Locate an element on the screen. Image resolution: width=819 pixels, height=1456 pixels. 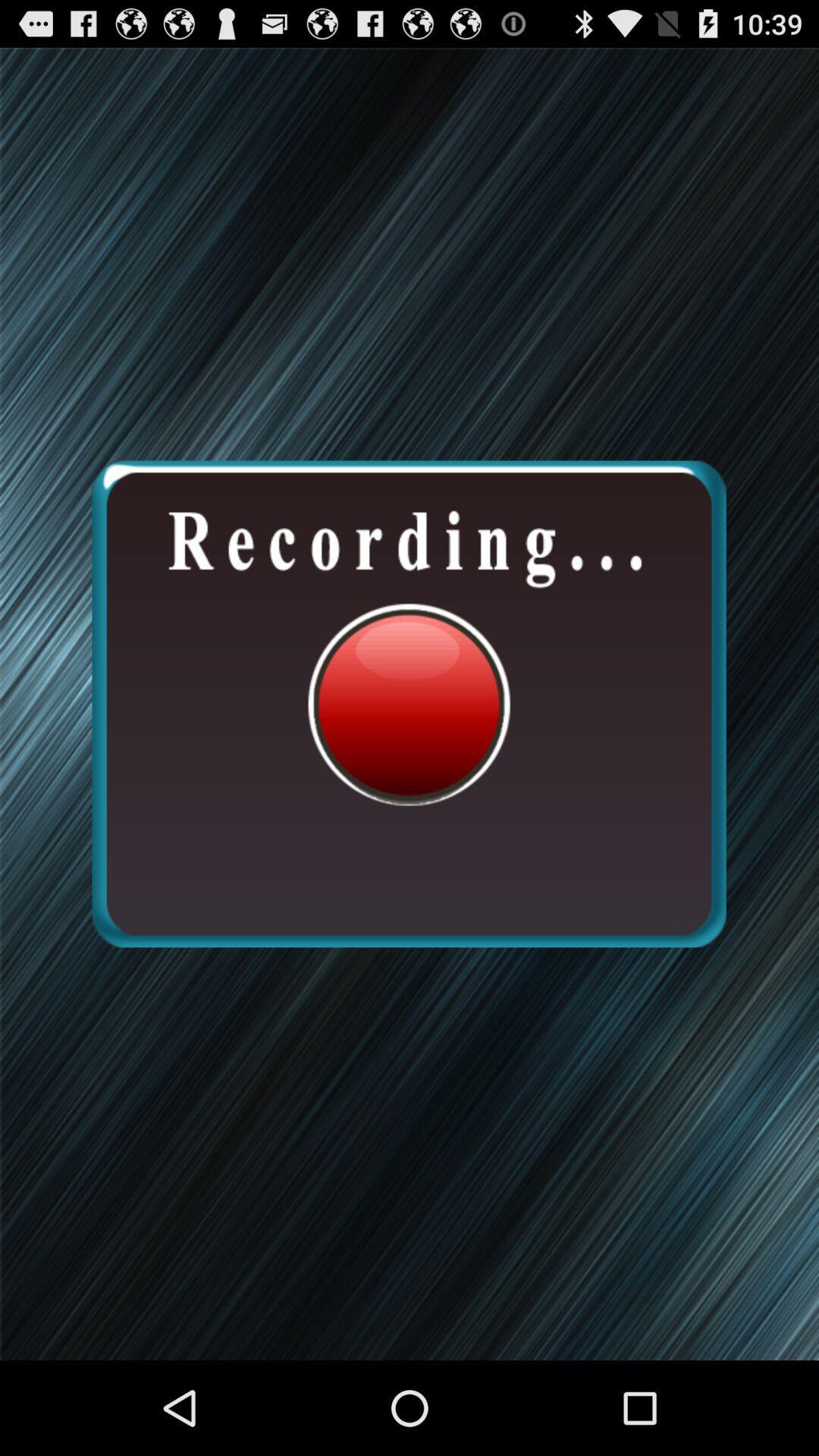
record screen is located at coordinates (408, 703).